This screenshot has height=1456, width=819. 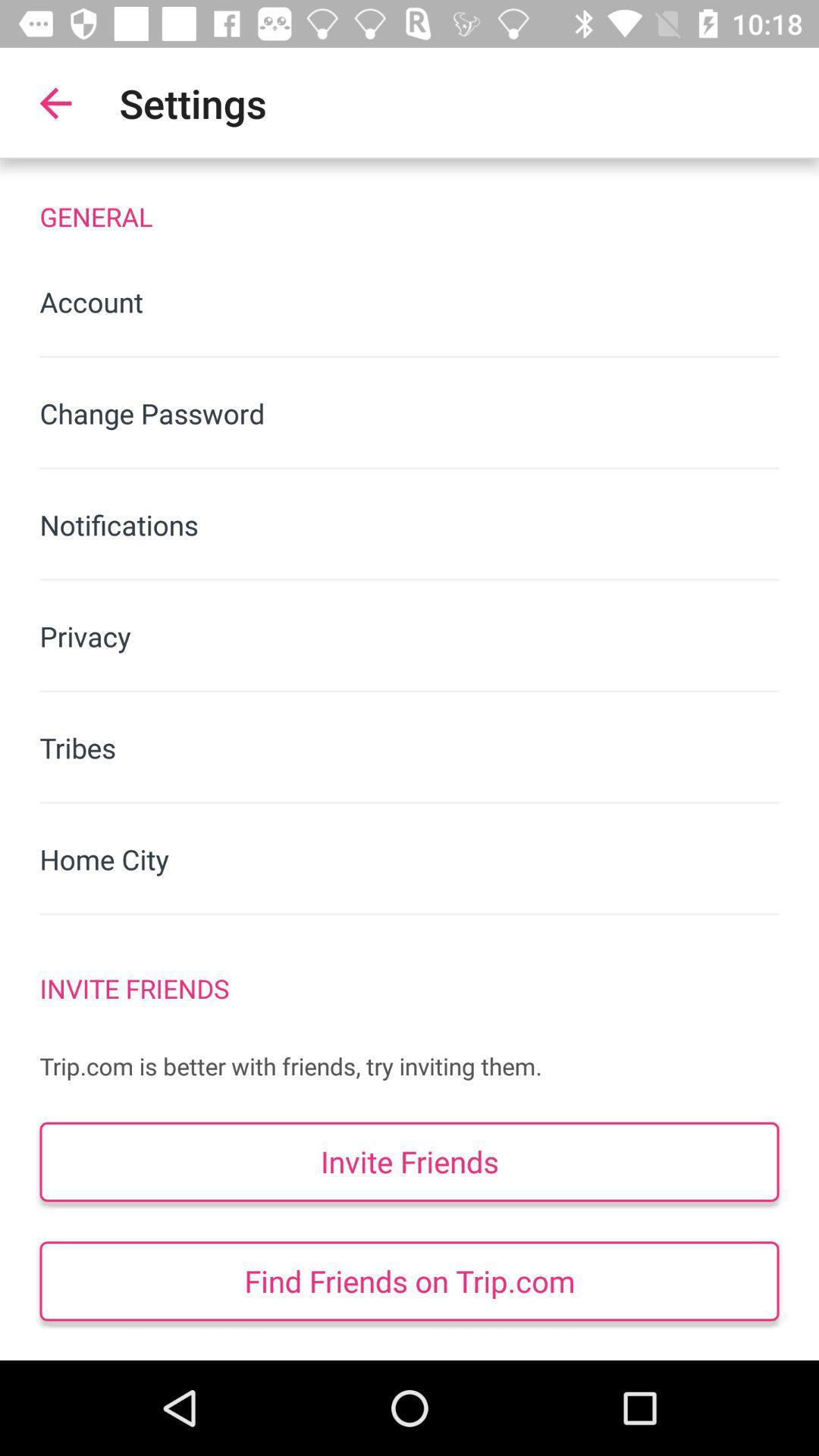 What do you see at coordinates (409, 748) in the screenshot?
I see `the item above home city icon` at bounding box center [409, 748].